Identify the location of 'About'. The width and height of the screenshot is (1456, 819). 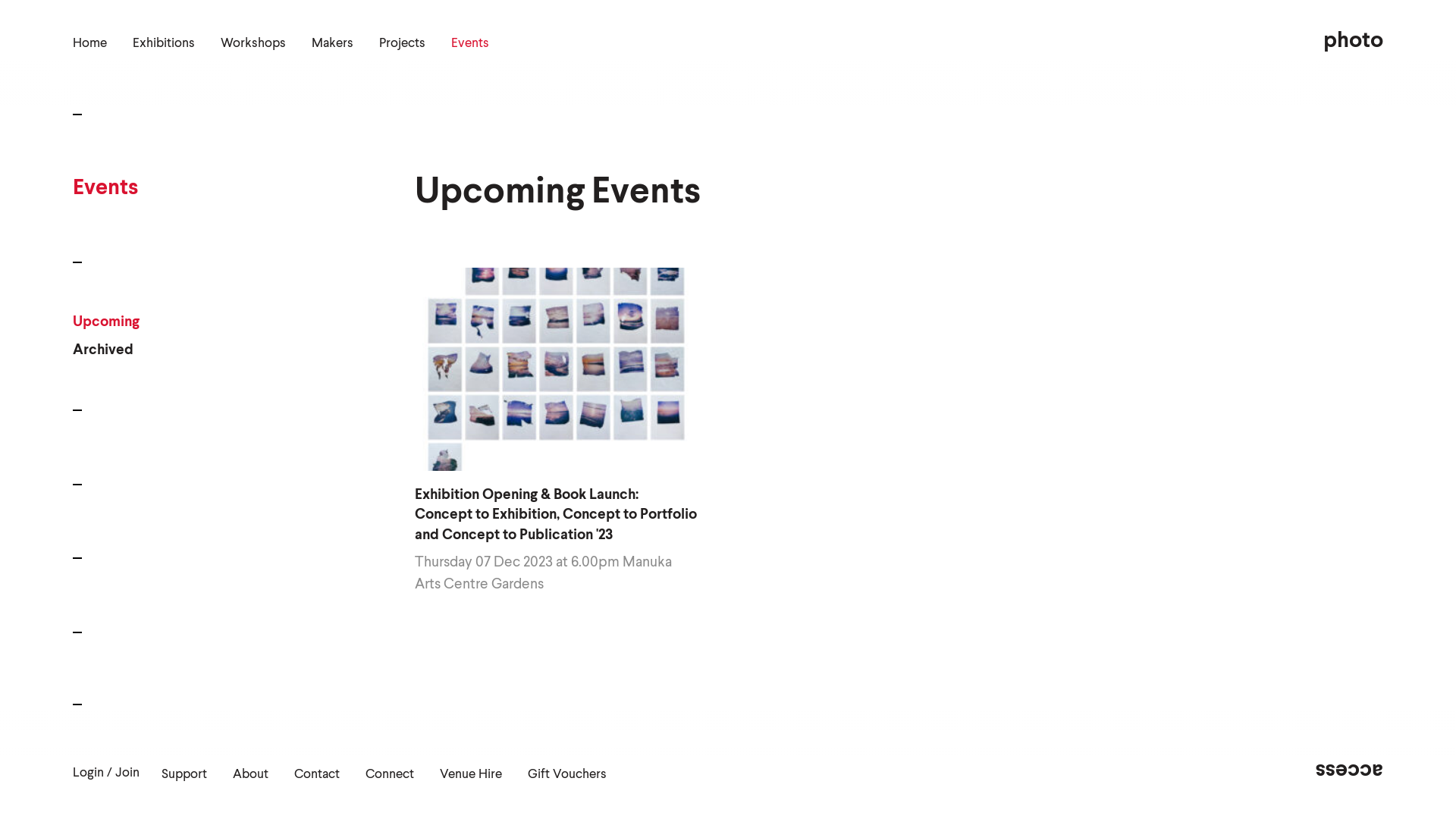
(250, 774).